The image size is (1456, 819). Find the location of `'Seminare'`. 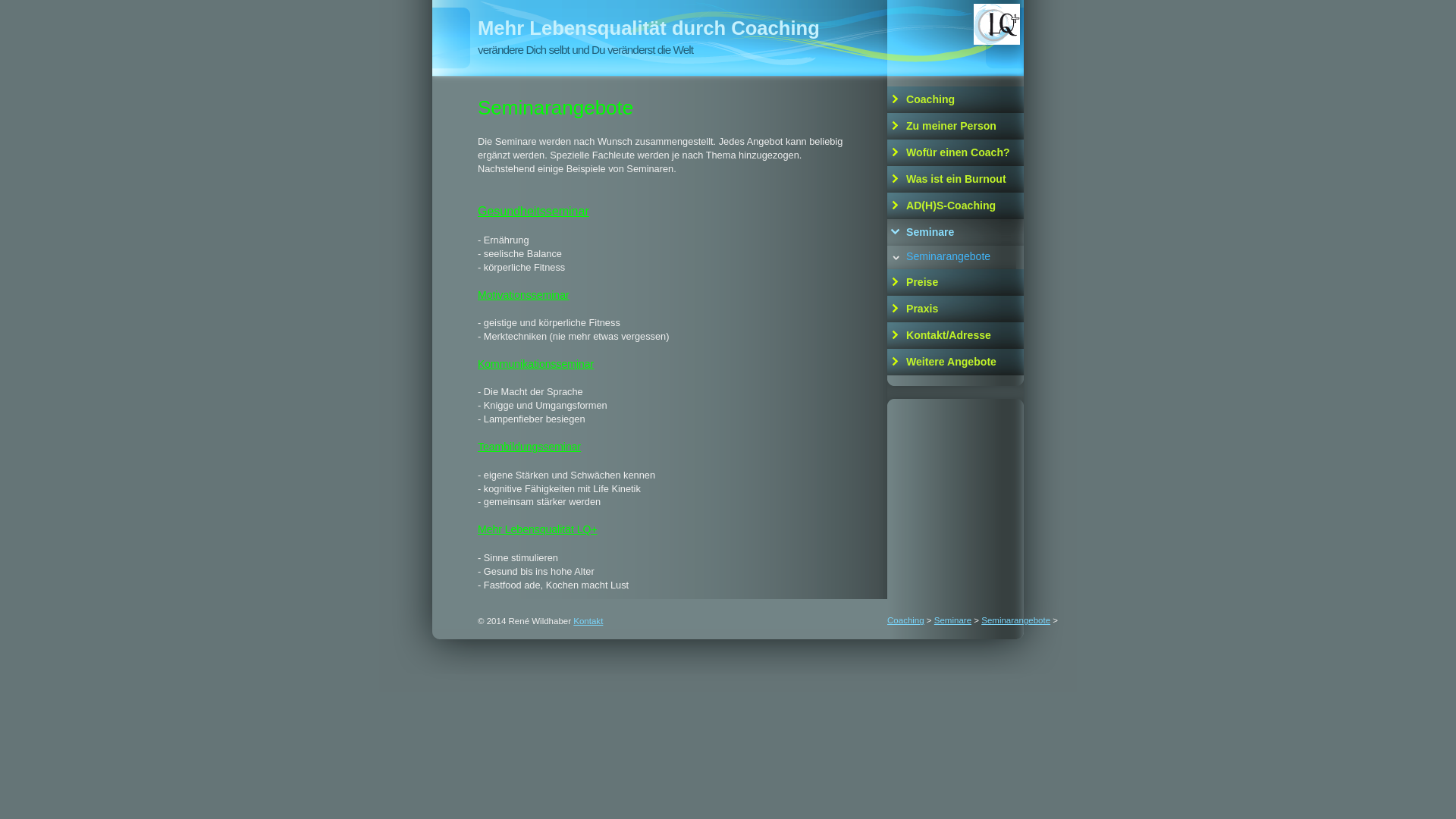

'Seminare' is located at coordinates (952, 620).